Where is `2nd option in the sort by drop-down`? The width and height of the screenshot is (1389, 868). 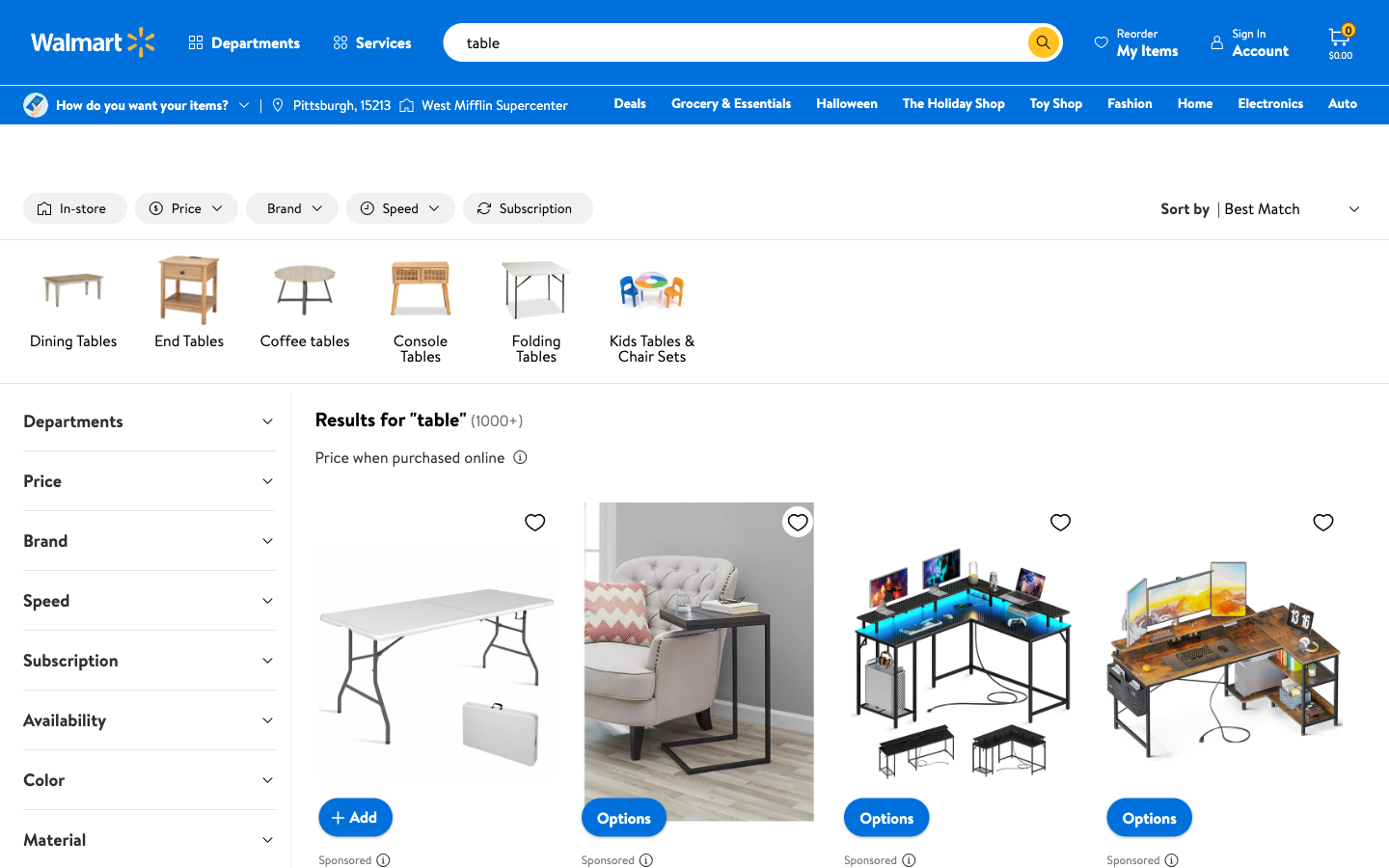 2nd option in the sort by drop-down is located at coordinates (1292, 208).